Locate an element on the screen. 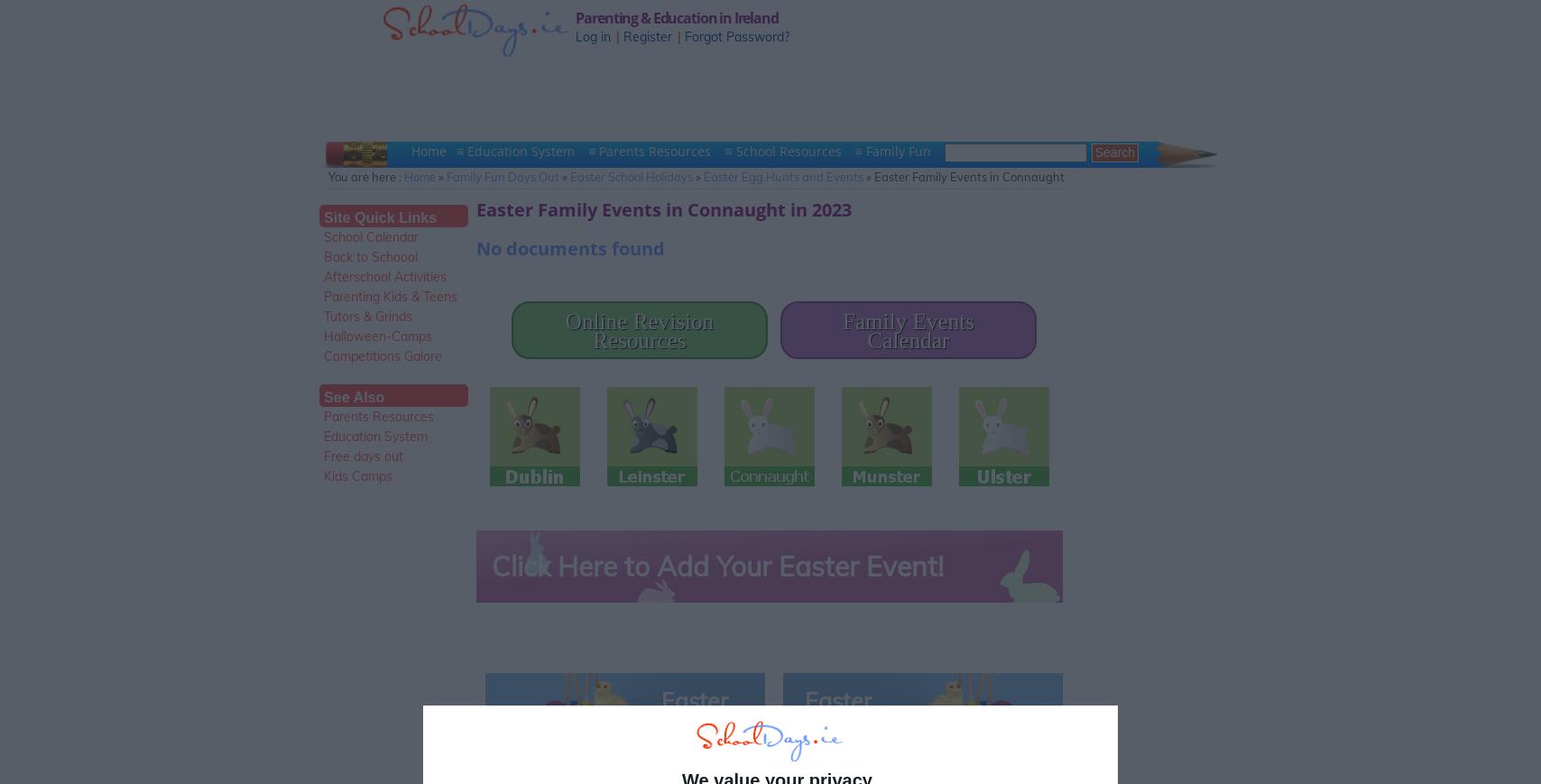 This screenshot has height=784, width=1541. '» Easter Family Events in Connaught' is located at coordinates (964, 175).